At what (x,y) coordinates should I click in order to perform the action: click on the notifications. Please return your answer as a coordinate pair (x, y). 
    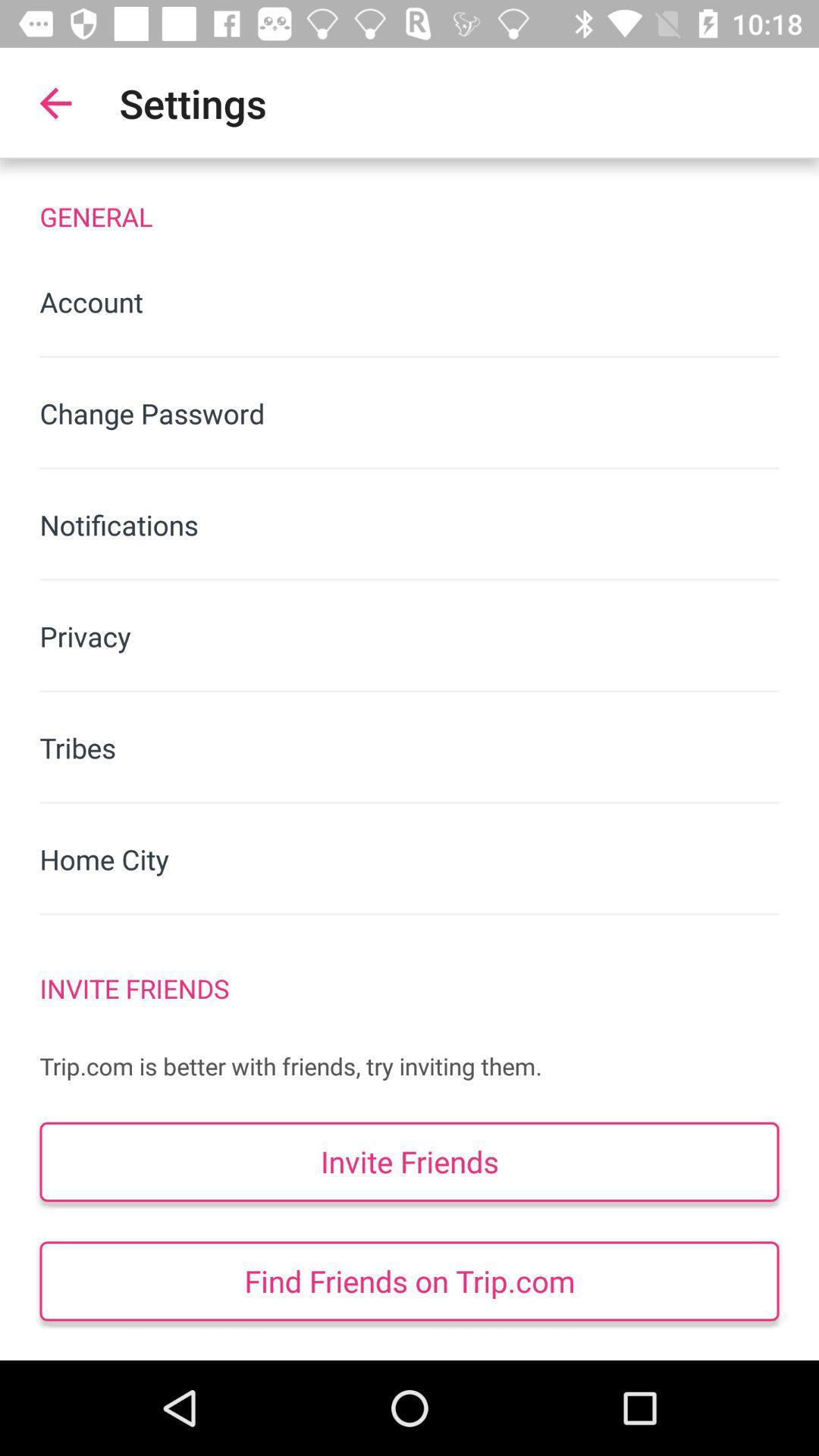
    Looking at the image, I should click on (409, 525).